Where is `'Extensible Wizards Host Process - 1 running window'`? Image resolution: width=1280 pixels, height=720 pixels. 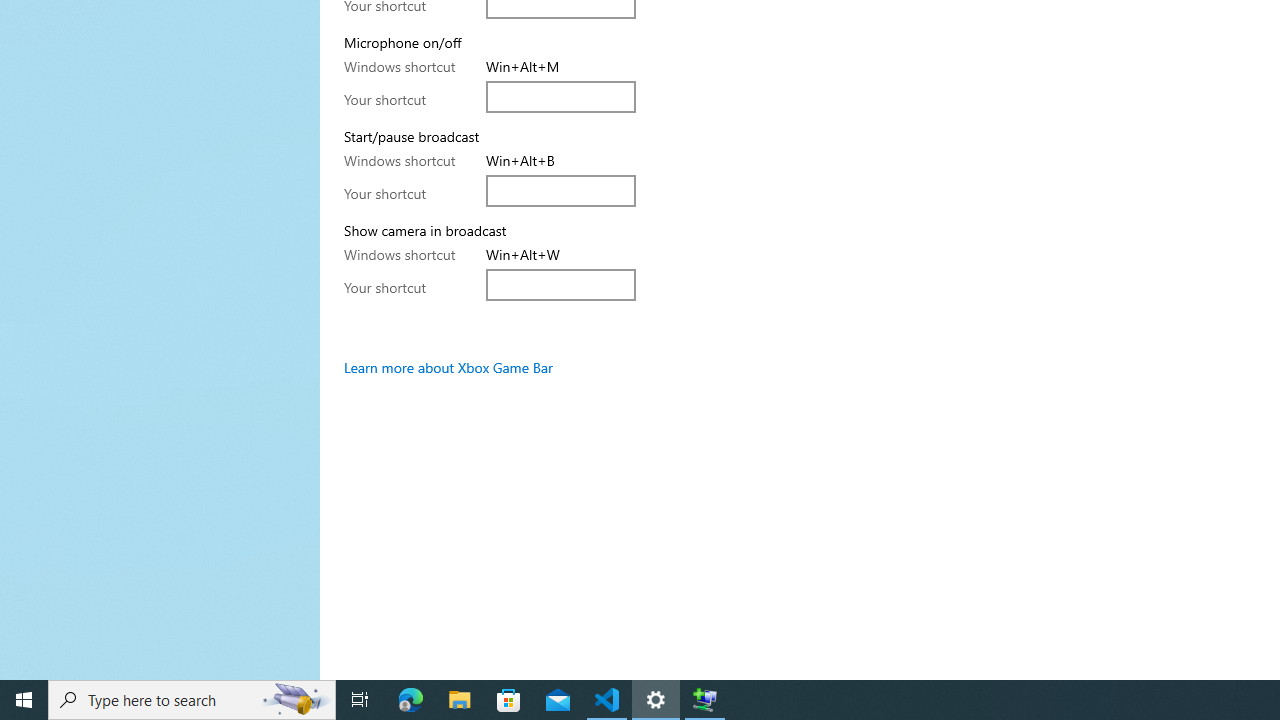 'Extensible Wizards Host Process - 1 running window' is located at coordinates (705, 698).